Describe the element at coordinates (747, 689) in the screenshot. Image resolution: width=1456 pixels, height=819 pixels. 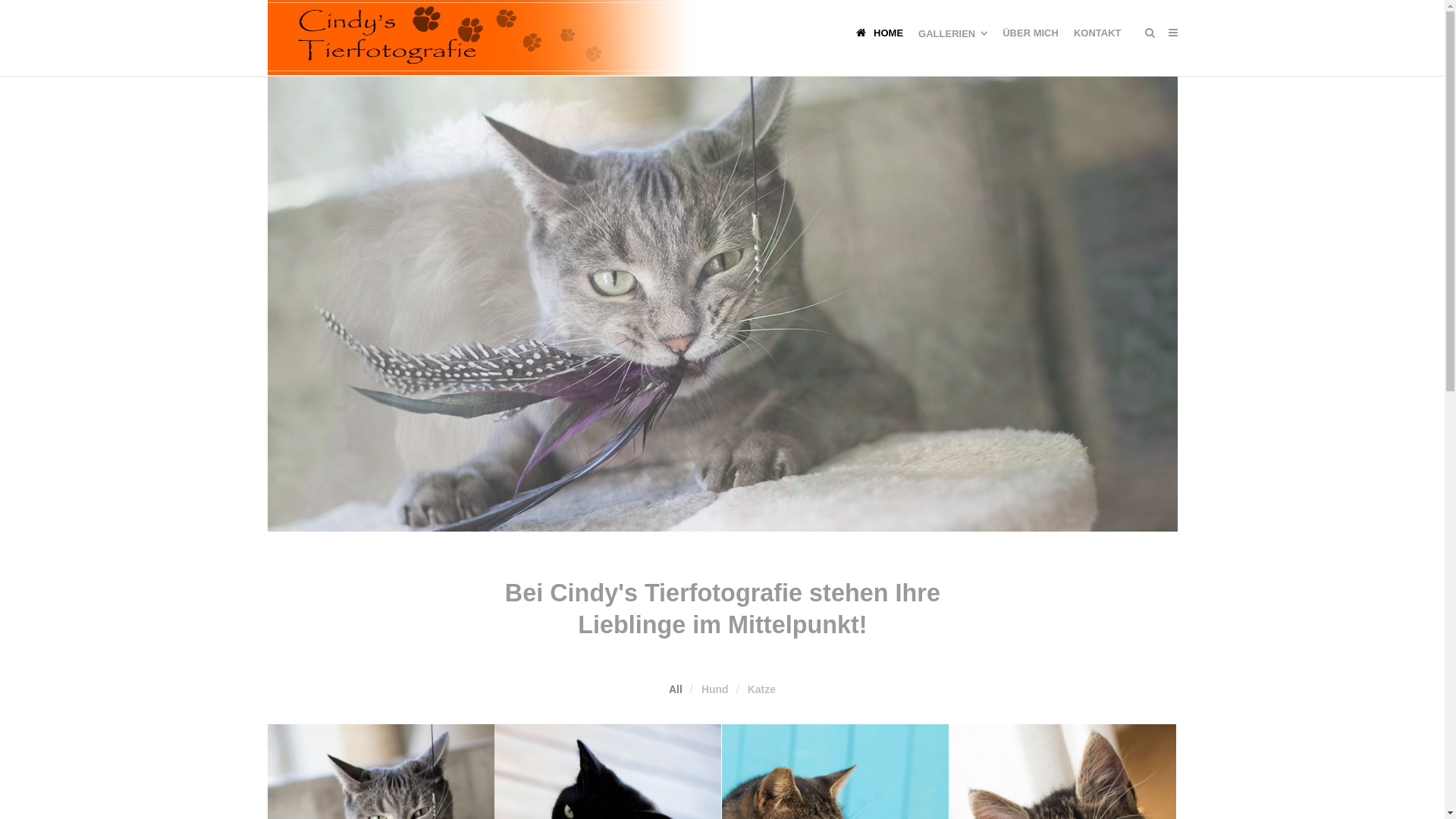
I see `'Katze'` at that location.